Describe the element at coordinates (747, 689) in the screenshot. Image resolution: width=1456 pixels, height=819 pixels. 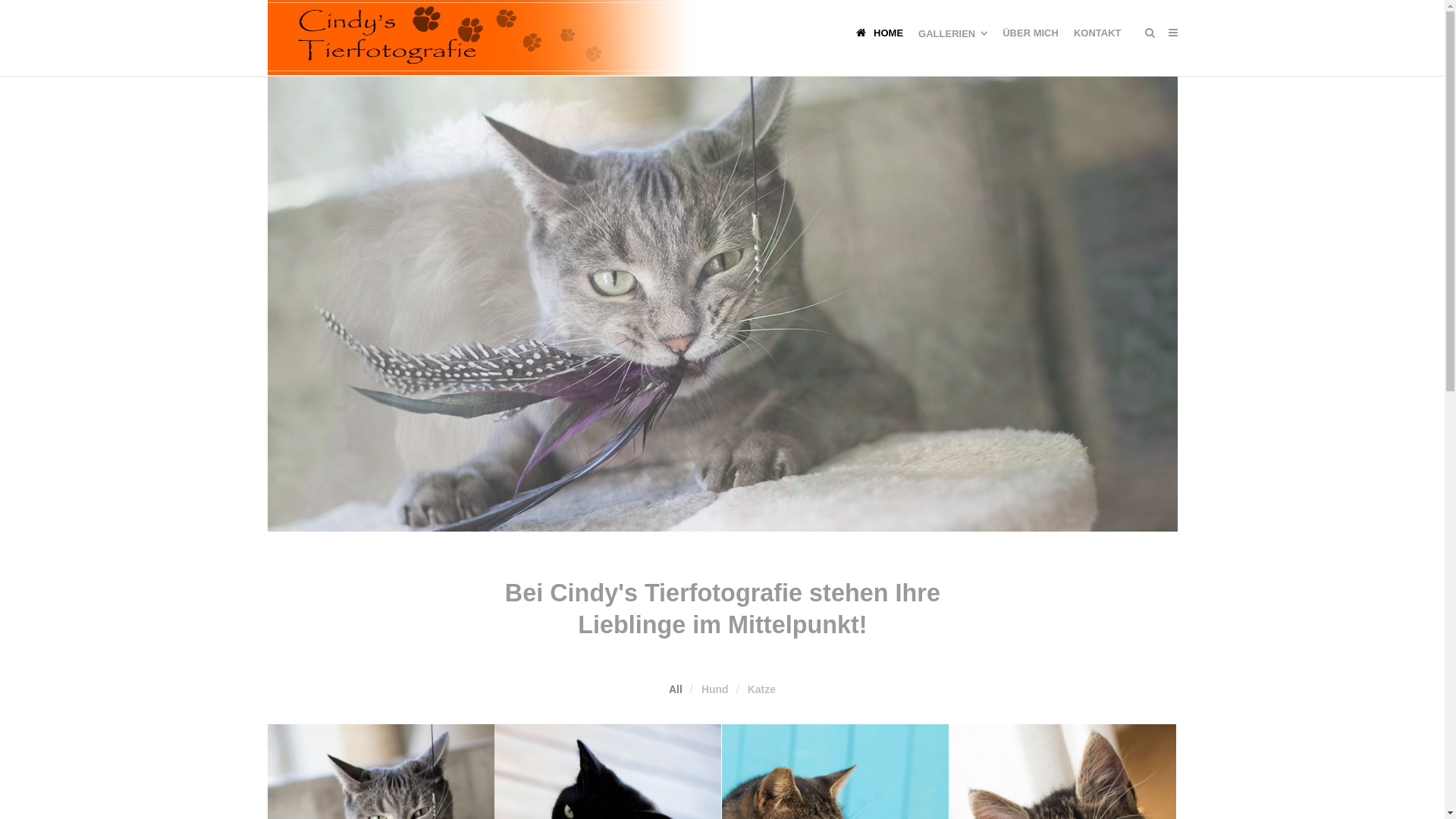
I see `'Katze'` at that location.